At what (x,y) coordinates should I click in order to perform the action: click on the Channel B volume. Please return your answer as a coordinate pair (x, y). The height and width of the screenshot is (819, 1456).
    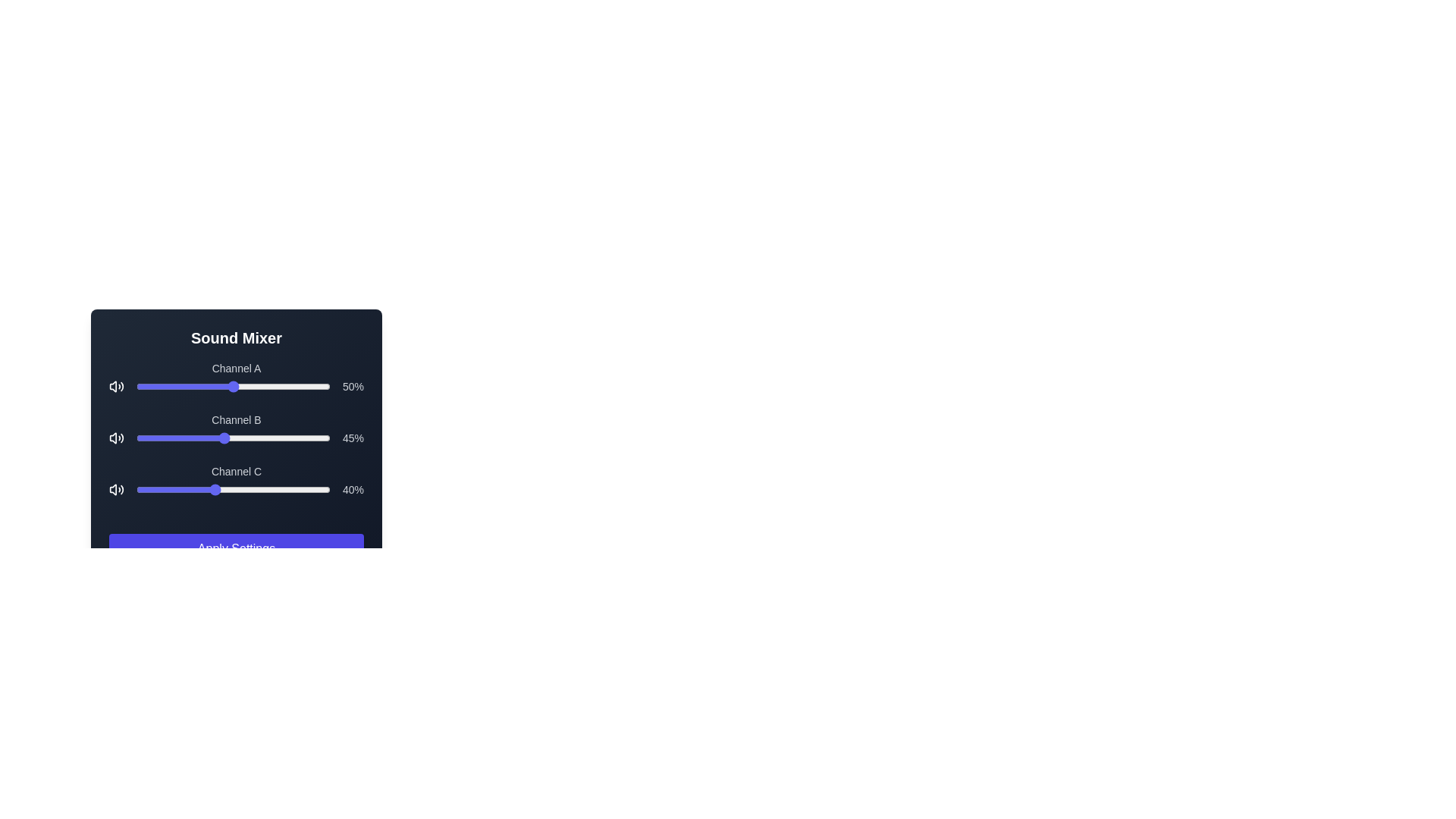
    Looking at the image, I should click on (144, 438).